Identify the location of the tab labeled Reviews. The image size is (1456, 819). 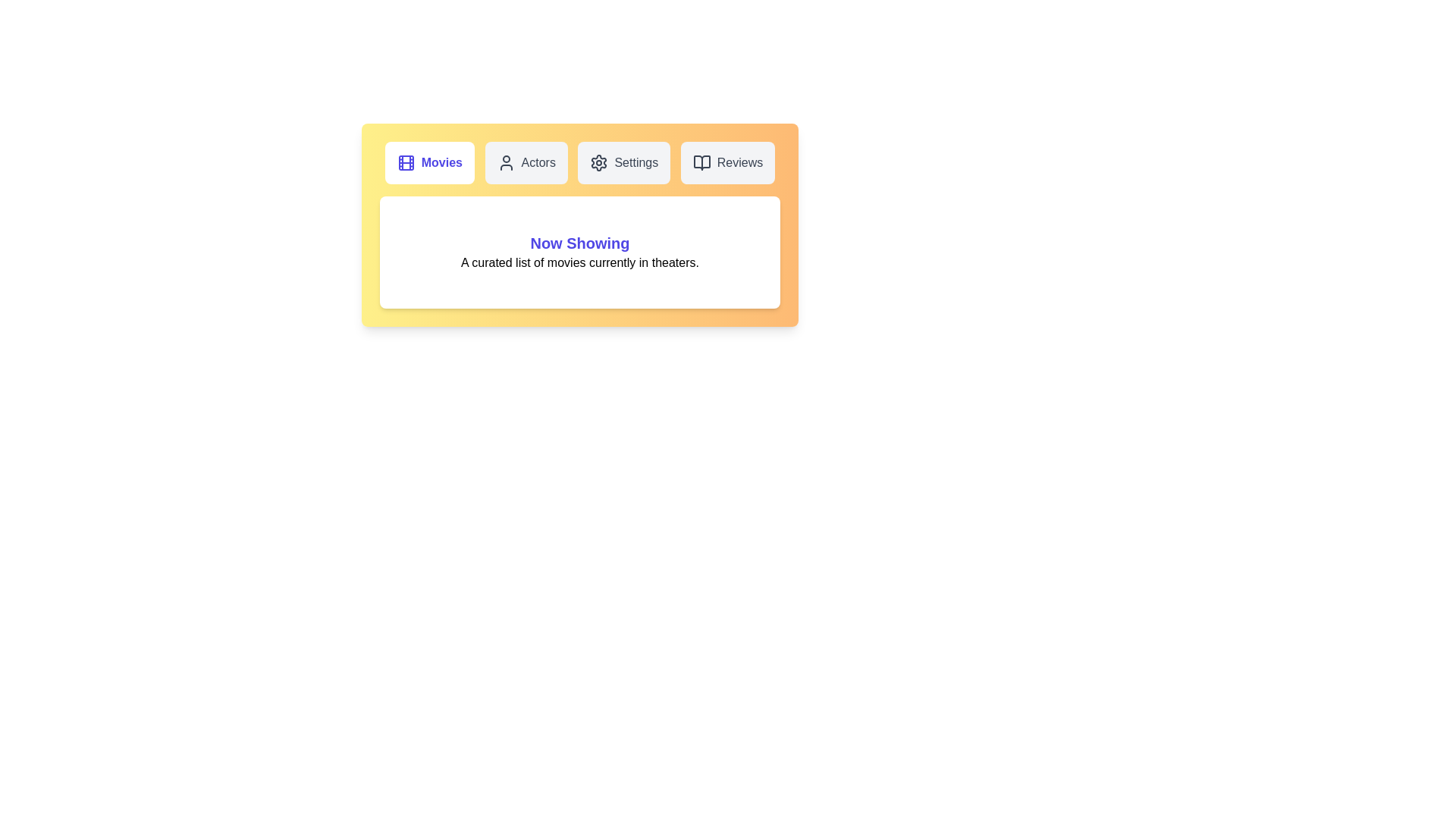
(728, 163).